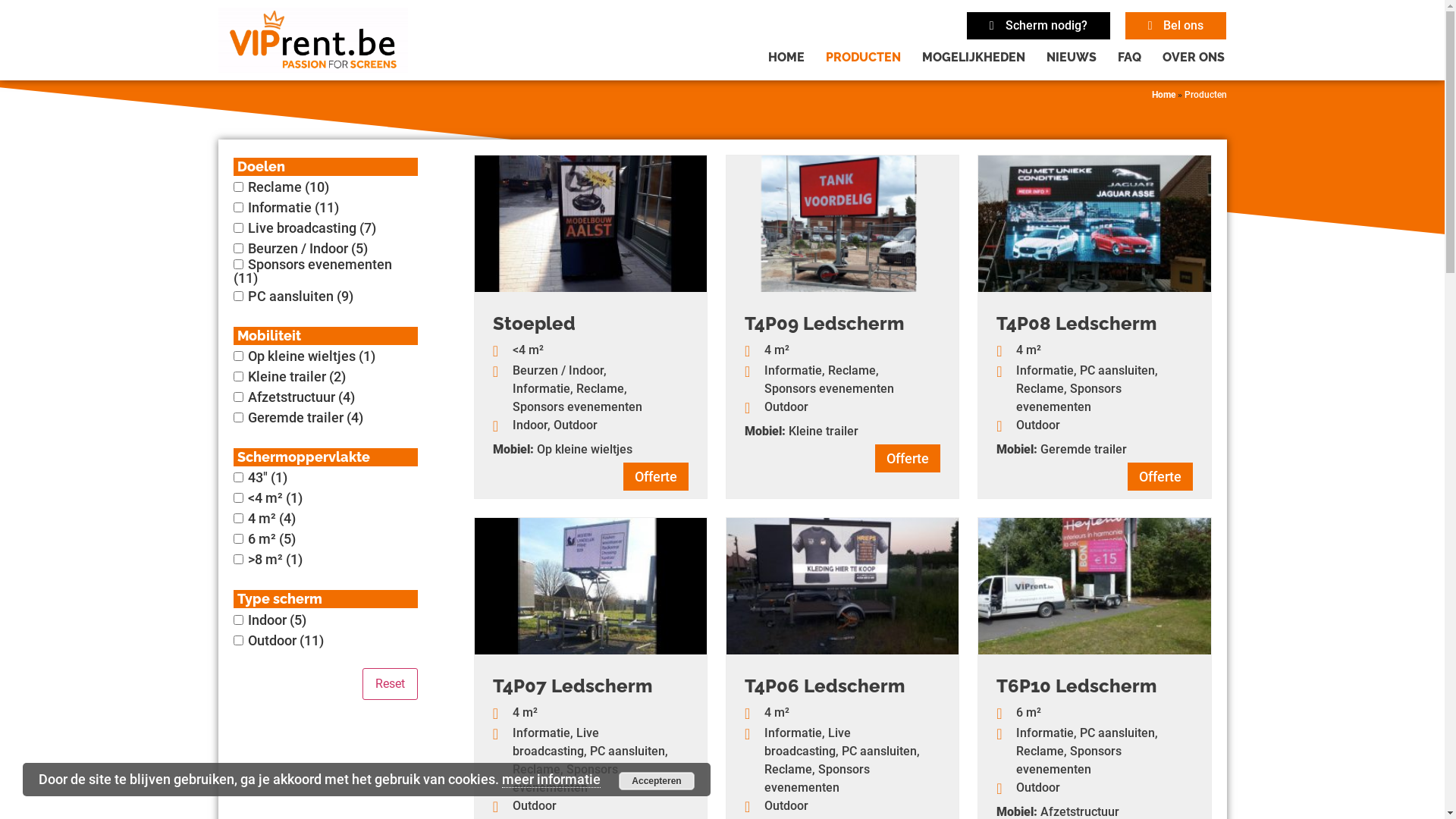 Image resolution: width=1456 pixels, height=819 pixels. I want to click on 'MOGELIJKHEDEN', so click(973, 57).